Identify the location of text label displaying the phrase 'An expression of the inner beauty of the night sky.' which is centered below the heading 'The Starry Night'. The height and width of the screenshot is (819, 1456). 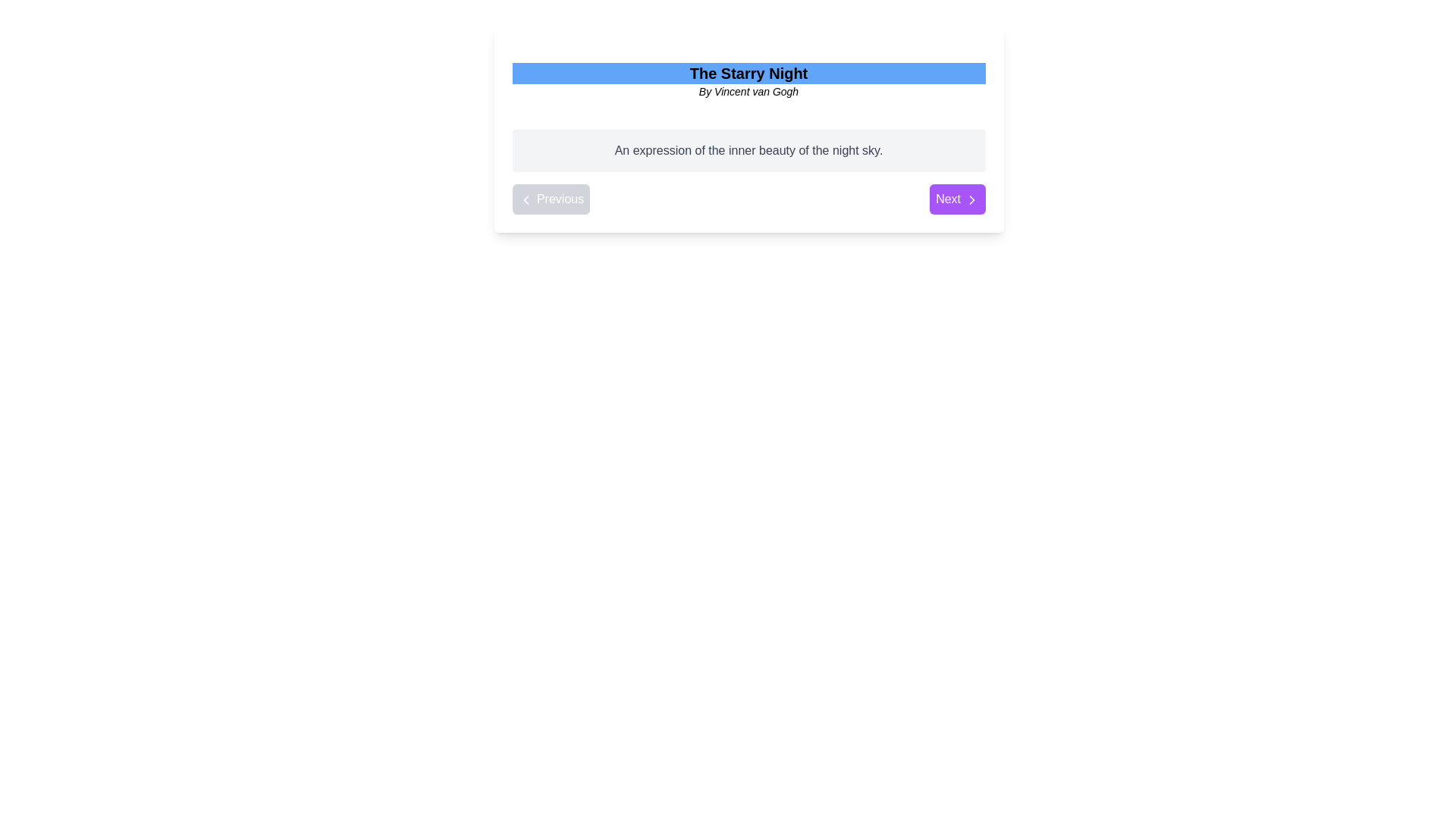
(748, 151).